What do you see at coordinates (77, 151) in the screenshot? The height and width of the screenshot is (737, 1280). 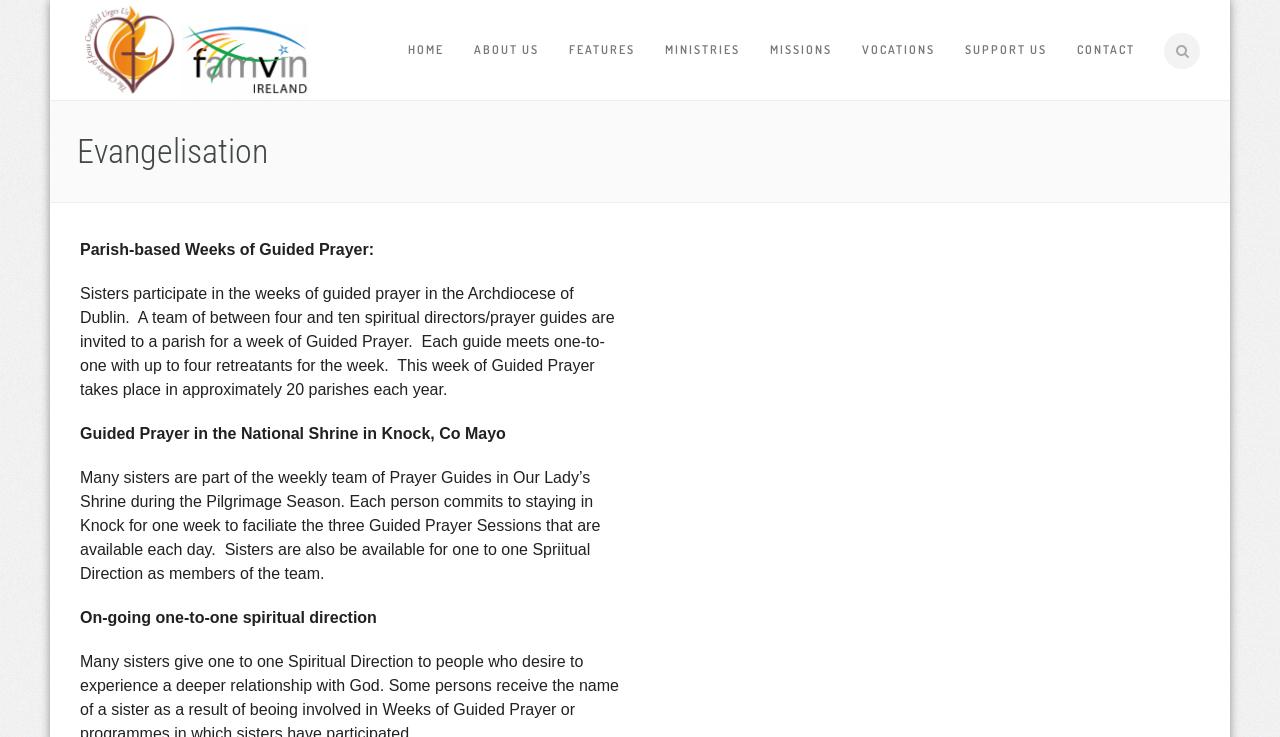 I see `'Evangelisation'` at bounding box center [77, 151].